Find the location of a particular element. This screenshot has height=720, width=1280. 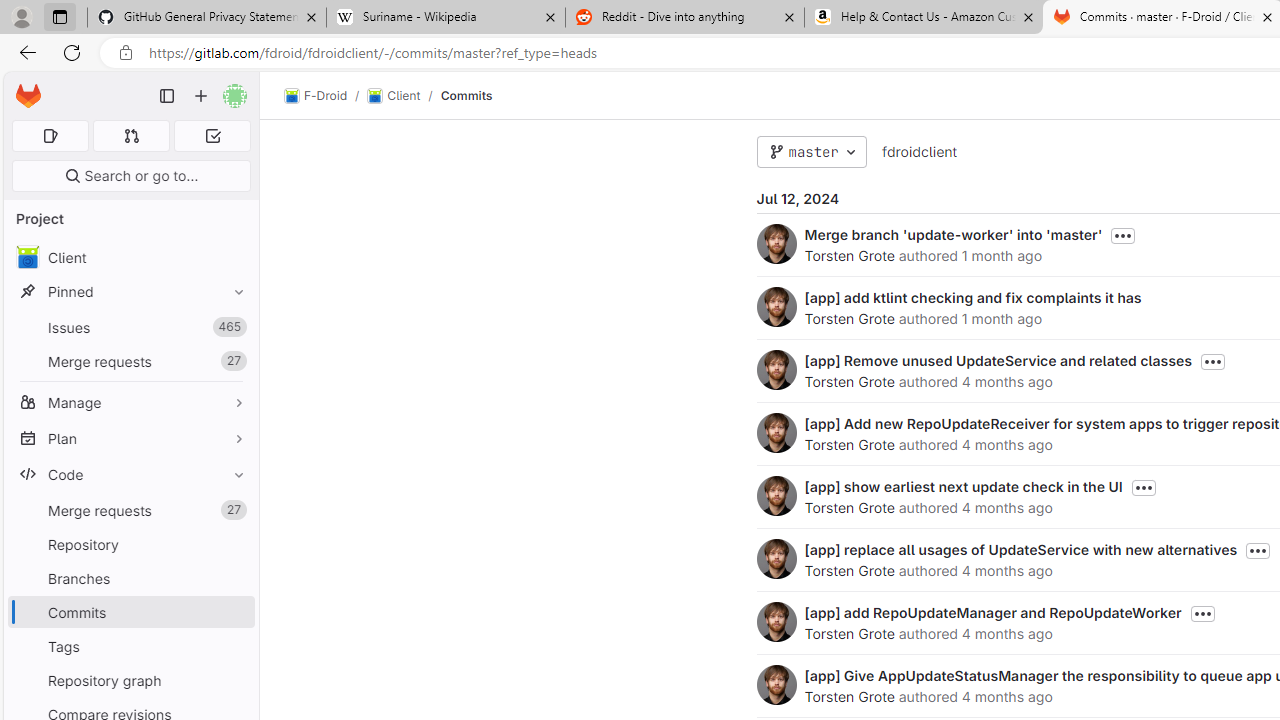

'Commits' is located at coordinates (465, 95).